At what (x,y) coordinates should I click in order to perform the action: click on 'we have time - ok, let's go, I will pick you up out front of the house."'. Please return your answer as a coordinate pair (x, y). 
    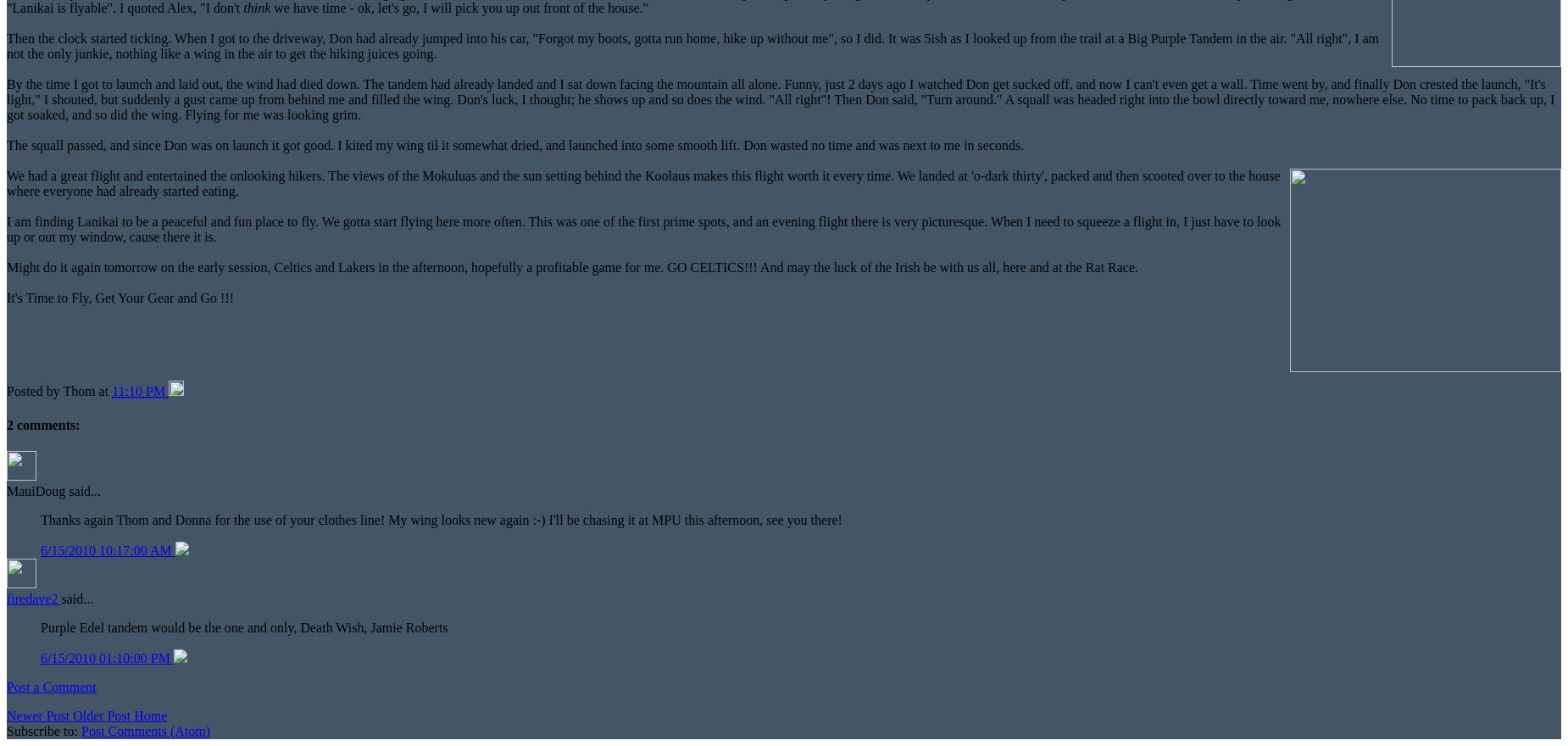
    Looking at the image, I should click on (461, 7).